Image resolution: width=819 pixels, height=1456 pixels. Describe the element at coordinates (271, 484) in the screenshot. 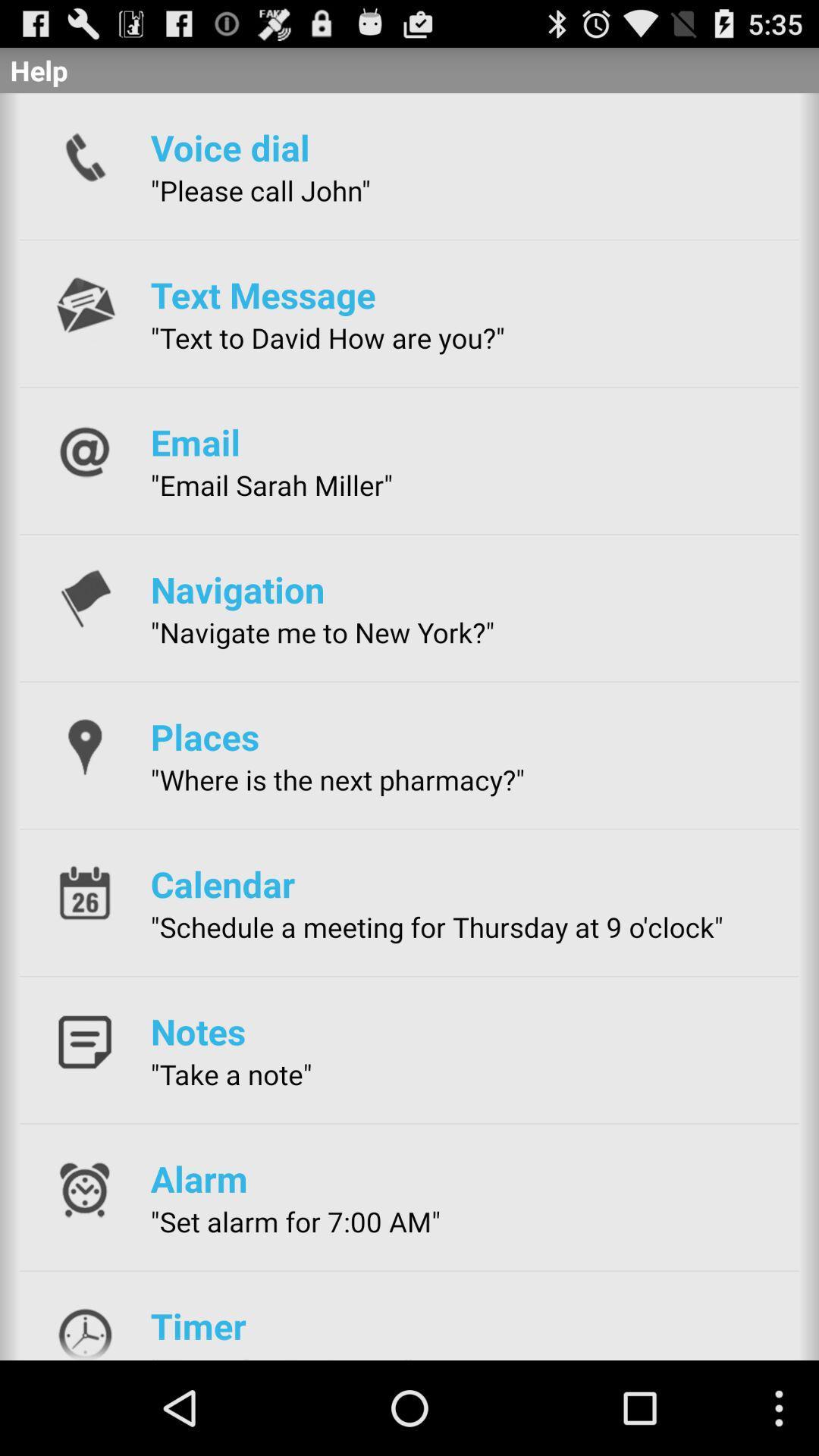

I see `the "email sarah miller"` at that location.